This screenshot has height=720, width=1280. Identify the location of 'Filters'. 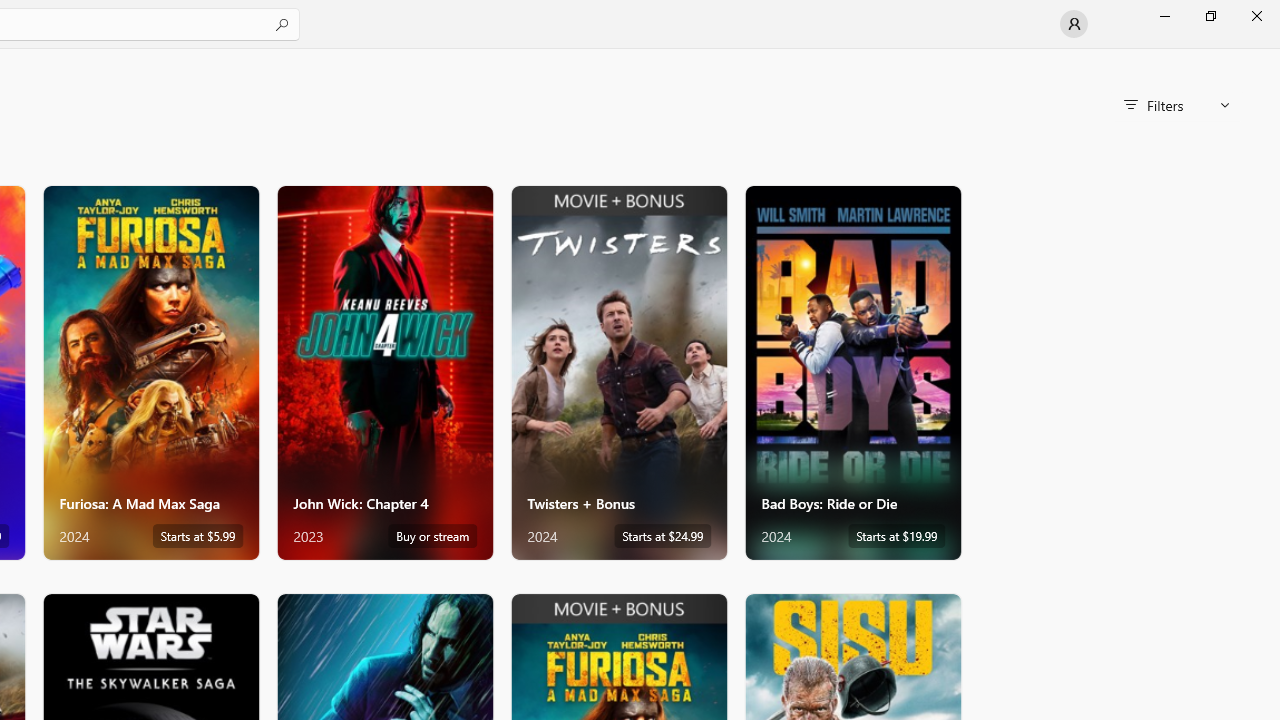
(1176, 105).